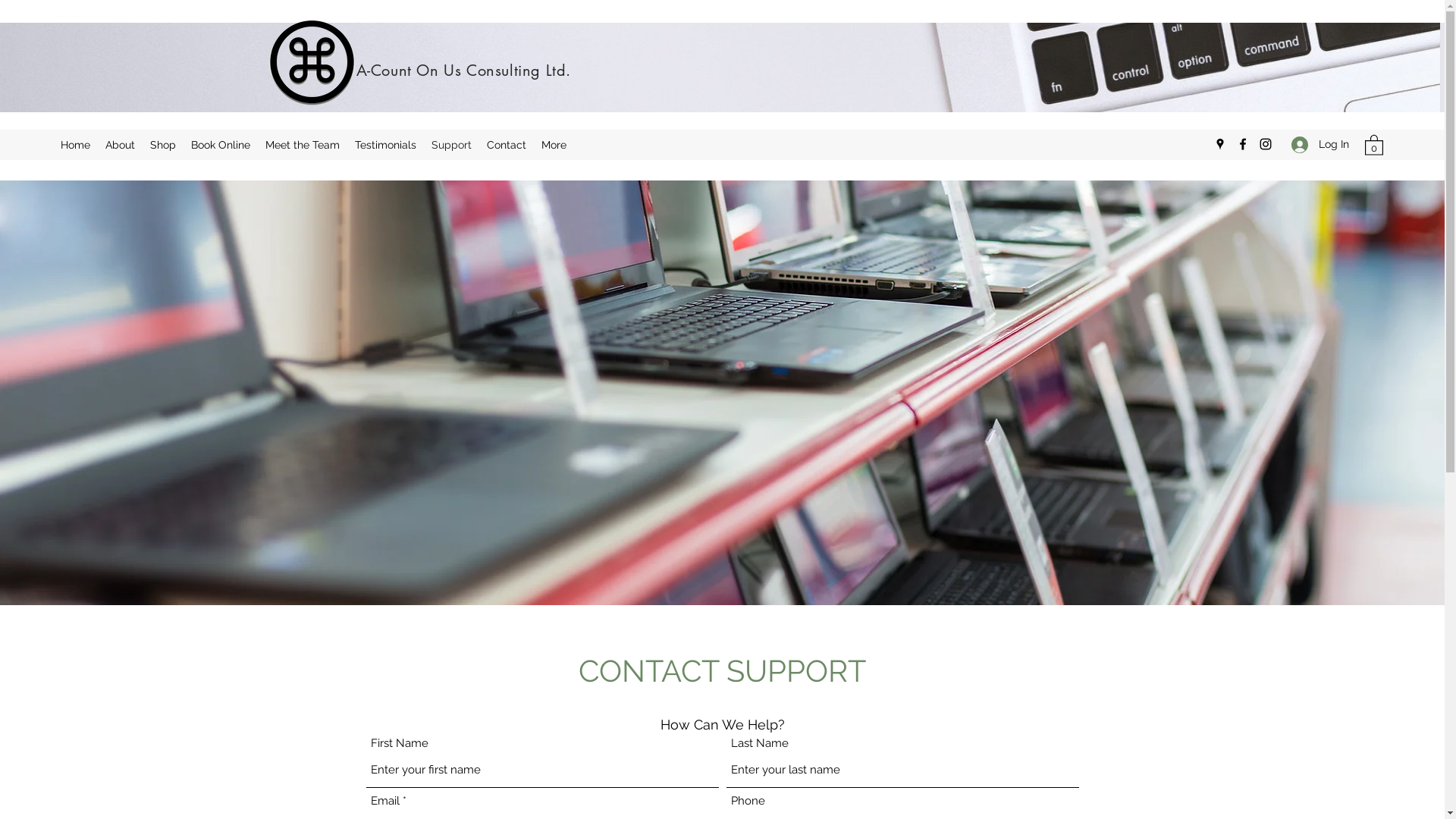 The image size is (1456, 819). I want to click on 'Shop', so click(163, 145).